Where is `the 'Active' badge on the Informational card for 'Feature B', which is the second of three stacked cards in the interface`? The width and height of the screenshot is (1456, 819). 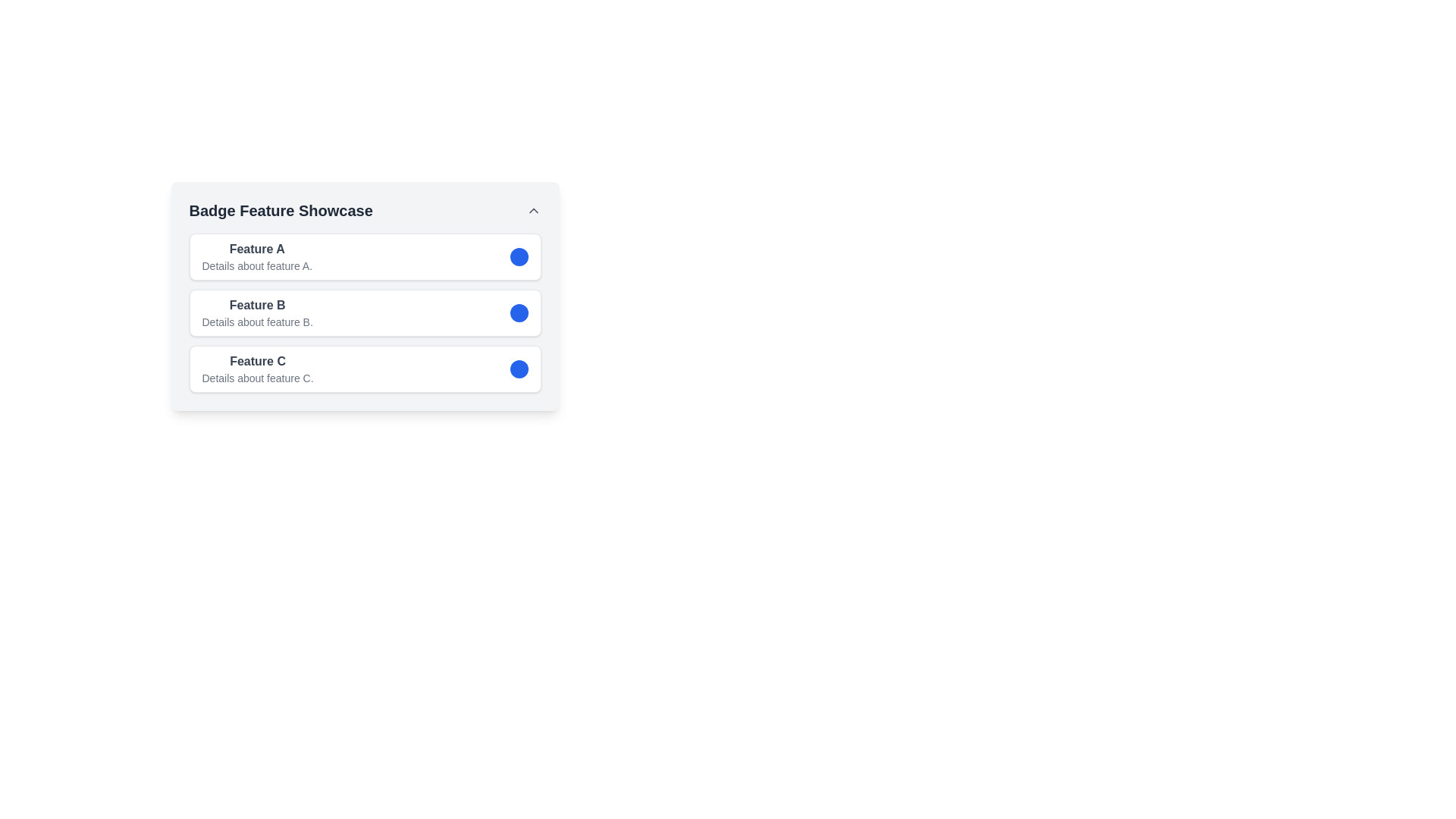 the 'Active' badge on the Informational card for 'Feature B', which is the second of three stacked cards in the interface is located at coordinates (365, 296).